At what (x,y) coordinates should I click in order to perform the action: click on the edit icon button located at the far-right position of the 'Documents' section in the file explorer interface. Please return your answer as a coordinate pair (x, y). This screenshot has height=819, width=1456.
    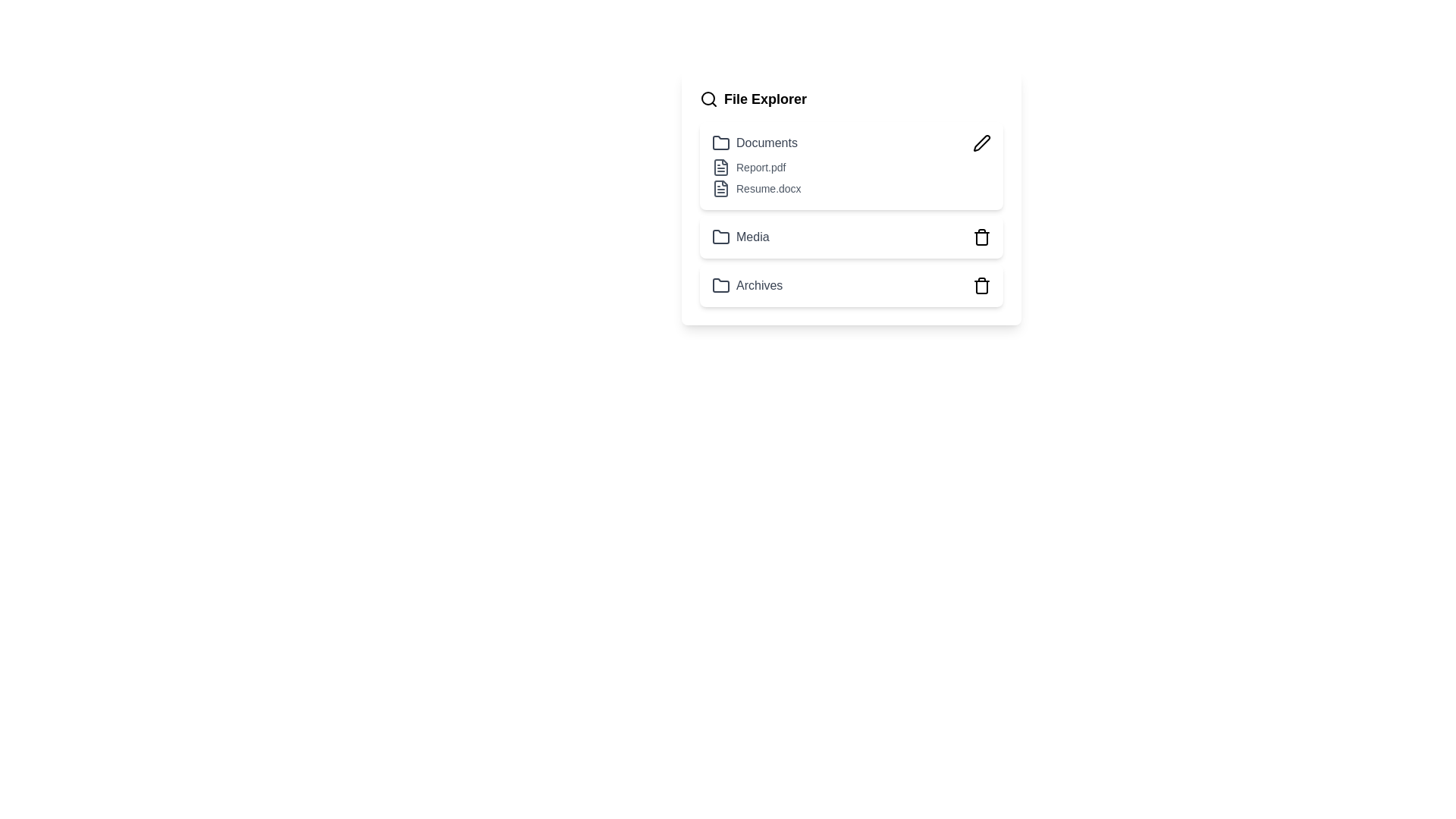
    Looking at the image, I should click on (982, 143).